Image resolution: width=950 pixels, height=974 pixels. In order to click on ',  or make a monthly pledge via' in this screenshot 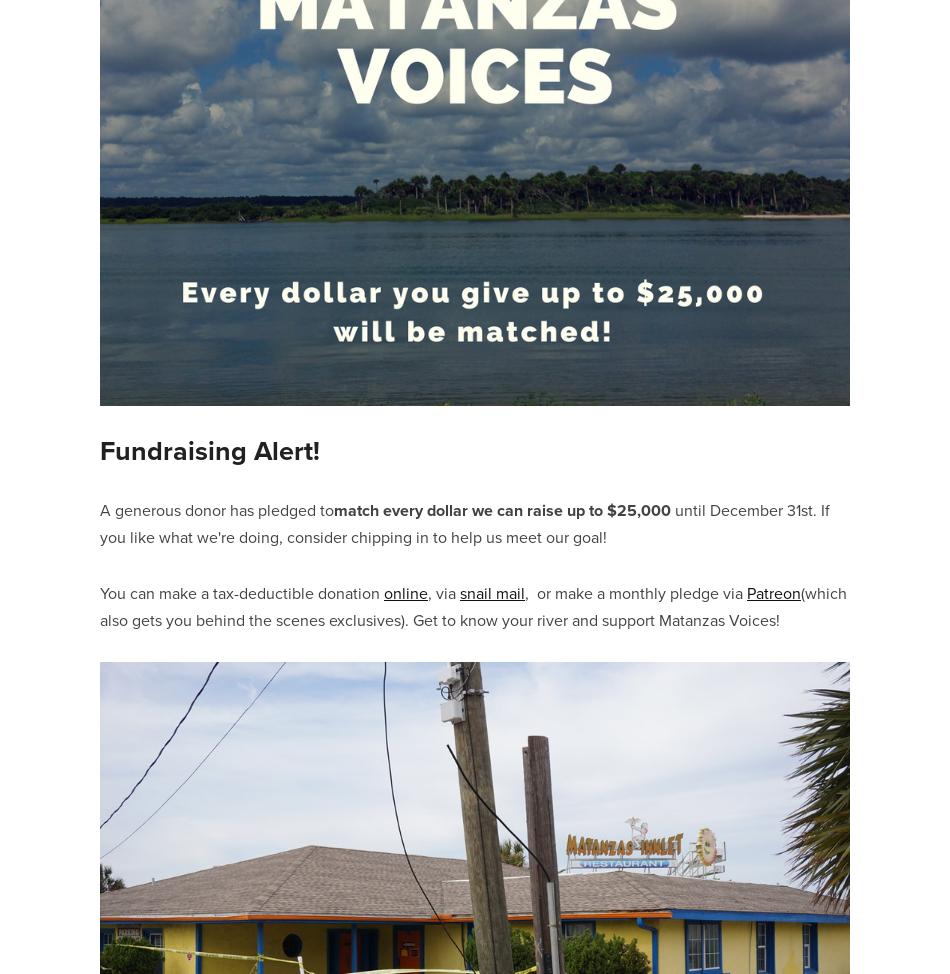, I will do `click(636, 591)`.